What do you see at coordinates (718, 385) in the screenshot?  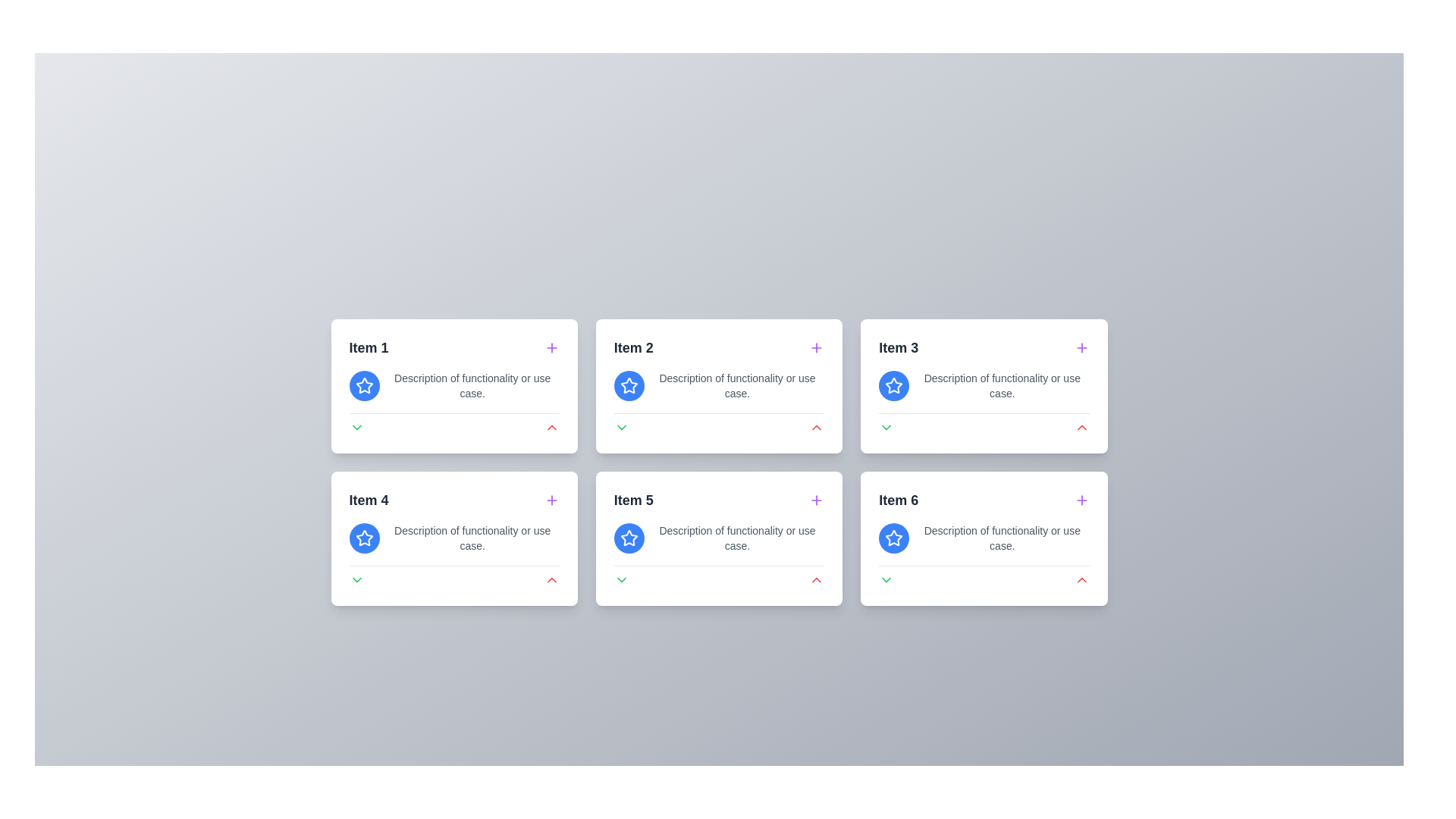 I see `the Informational Card containing the bold text 'Item 2' and a blue circular icon with a white star, which is the second card in the first row of a three-column grid layout` at bounding box center [718, 385].